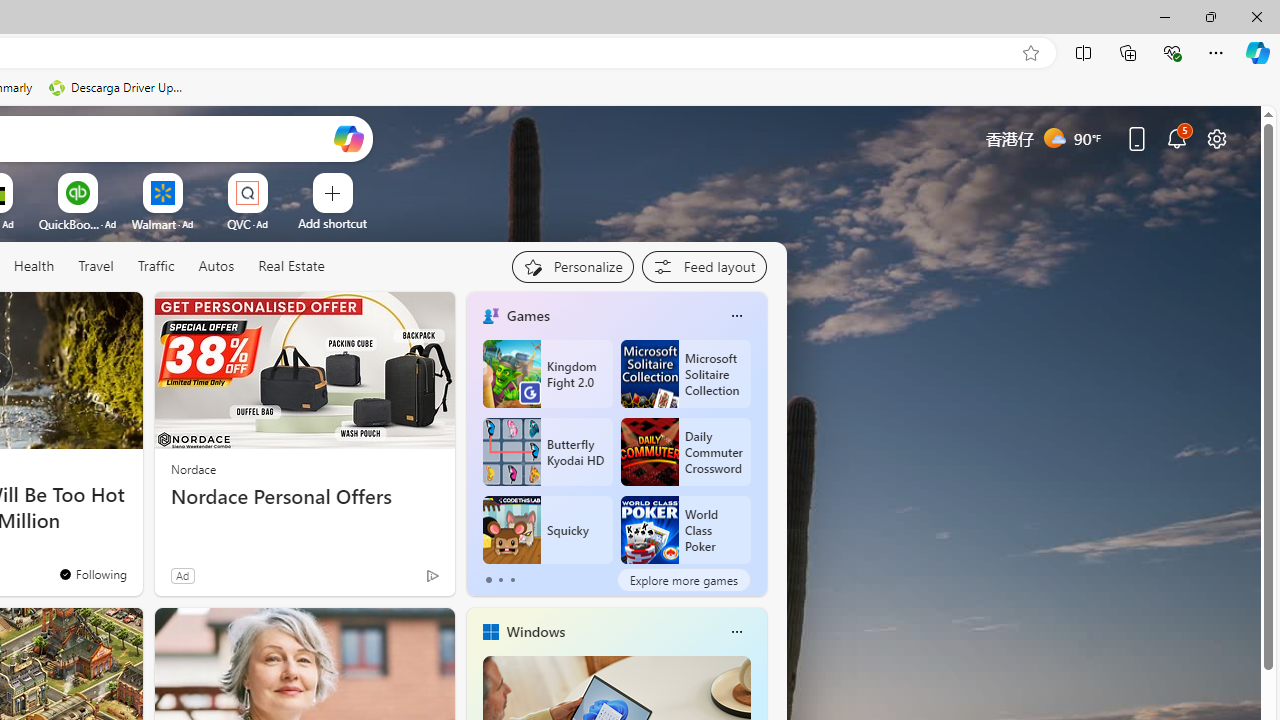 The height and width of the screenshot is (720, 1280). Describe the element at coordinates (735, 632) in the screenshot. I see `'Class: icon-img'` at that location.